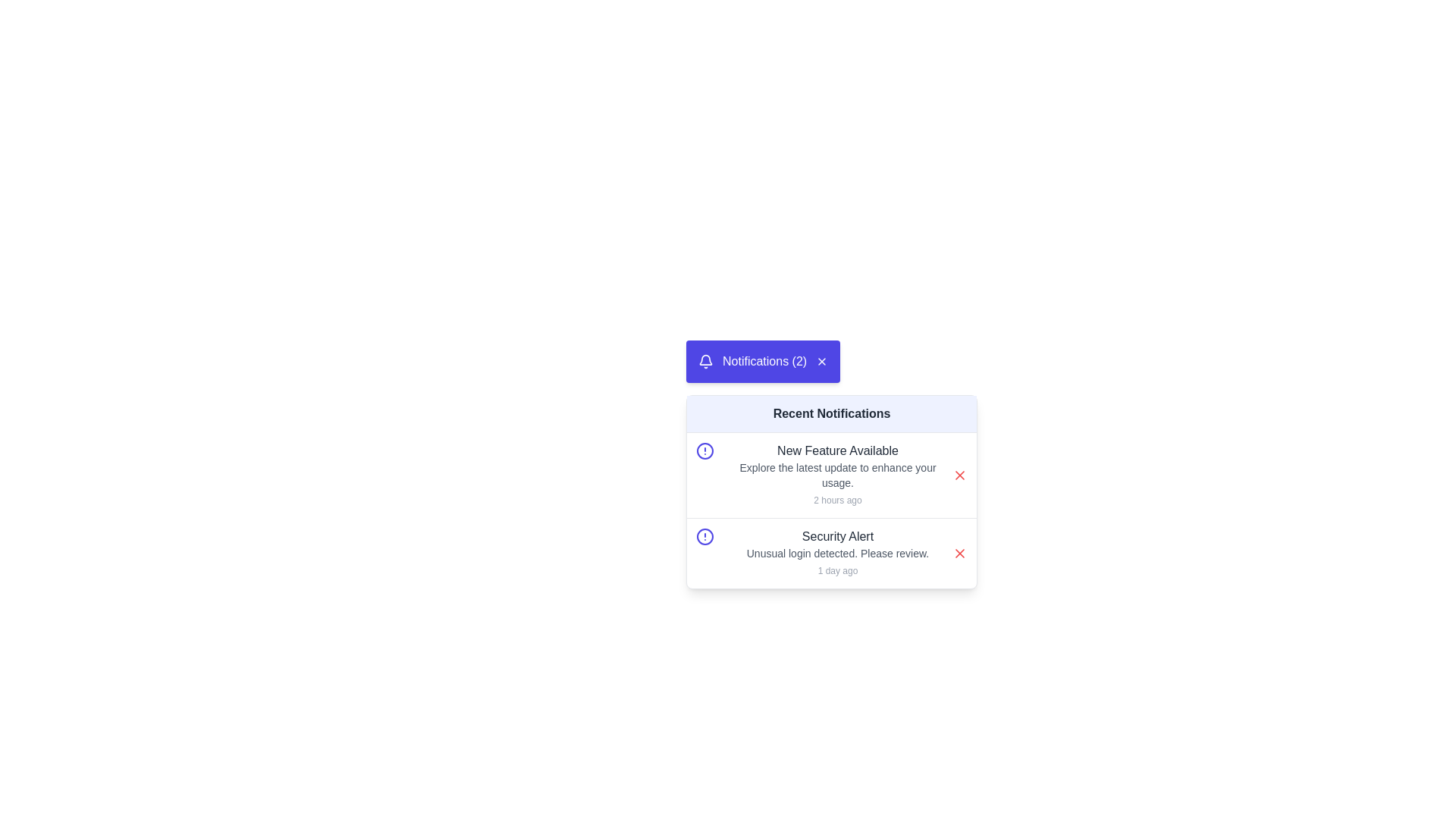 This screenshot has height=819, width=1456. Describe the element at coordinates (836, 475) in the screenshot. I see `notification titled 'New Feature Available' with the description 'Explore the latest update to enhance your usage.' and the timestamp '2 hours ago' in the notification list` at that location.